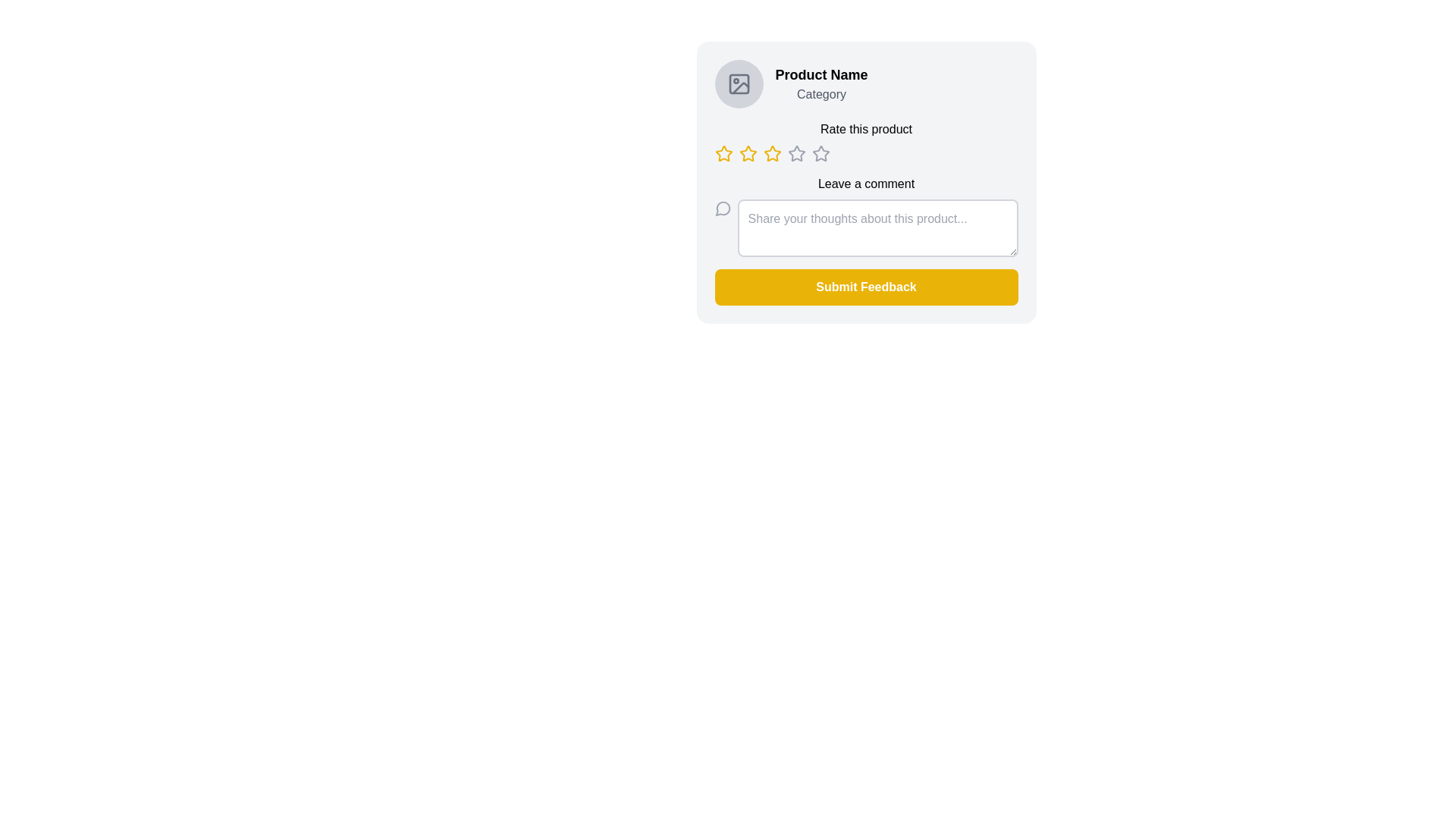 Image resolution: width=1456 pixels, height=819 pixels. What do you see at coordinates (748, 154) in the screenshot?
I see `the second star icon in the rating component, which is outlined in yellow and is part of a series of five stars under the 'Rate this product' text` at bounding box center [748, 154].